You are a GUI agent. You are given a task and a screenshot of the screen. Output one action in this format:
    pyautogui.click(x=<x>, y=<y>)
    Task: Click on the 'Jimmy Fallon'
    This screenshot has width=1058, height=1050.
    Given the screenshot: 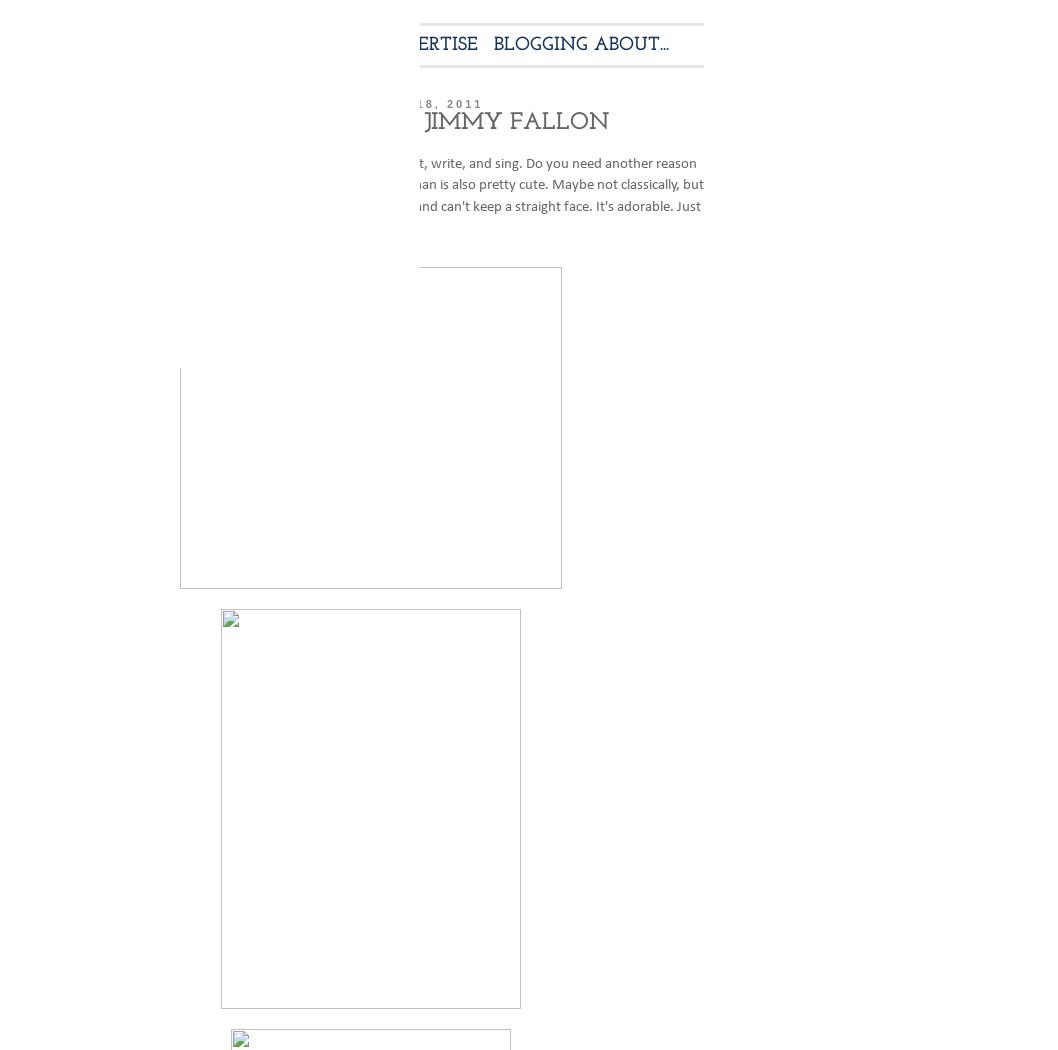 What is the action you would take?
    pyautogui.click(x=75, y=162)
    